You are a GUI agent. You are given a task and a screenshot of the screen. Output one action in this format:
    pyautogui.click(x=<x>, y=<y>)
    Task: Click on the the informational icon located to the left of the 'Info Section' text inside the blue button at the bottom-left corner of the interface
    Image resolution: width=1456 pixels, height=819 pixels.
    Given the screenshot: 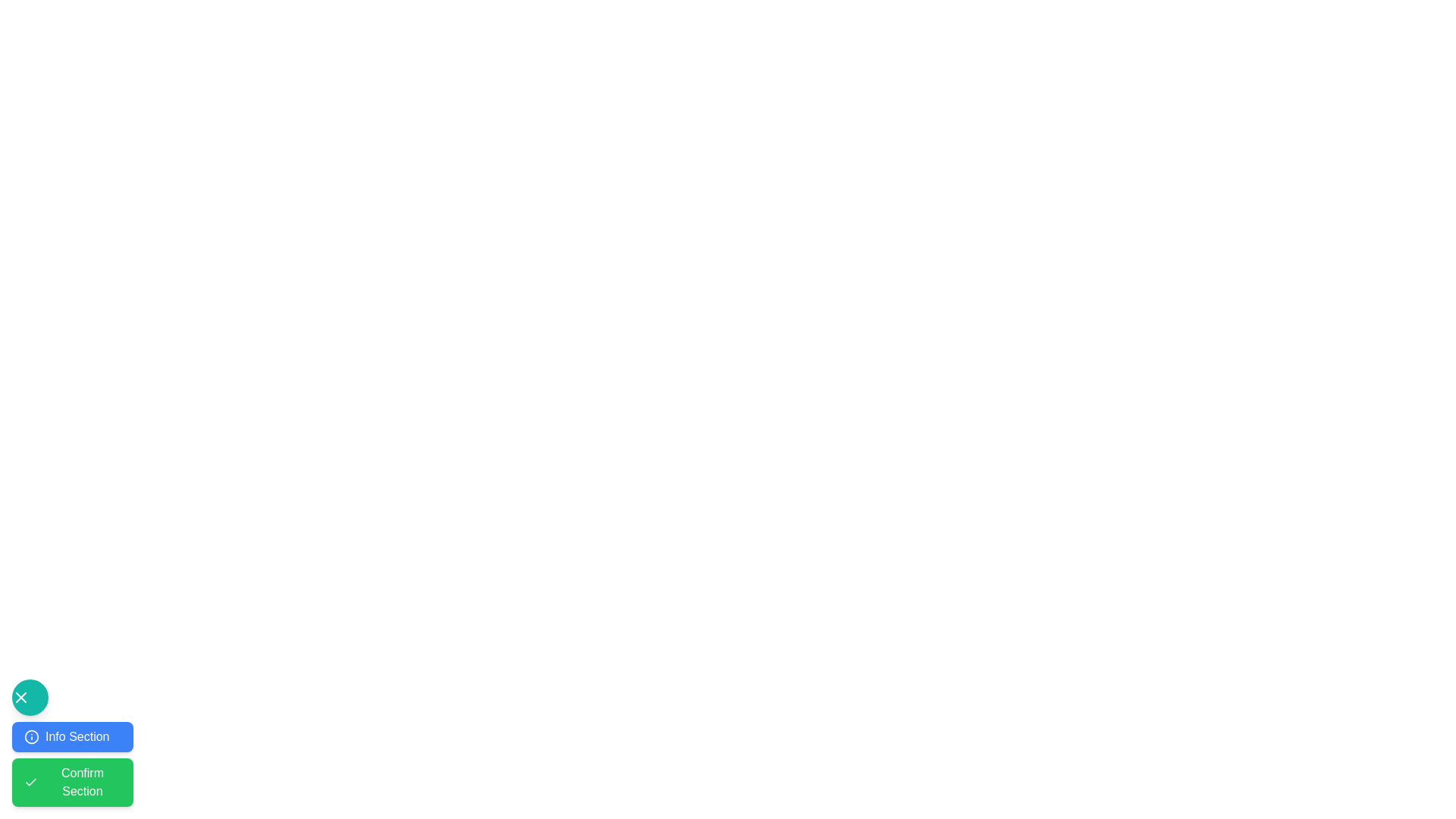 What is the action you would take?
    pyautogui.click(x=32, y=736)
    